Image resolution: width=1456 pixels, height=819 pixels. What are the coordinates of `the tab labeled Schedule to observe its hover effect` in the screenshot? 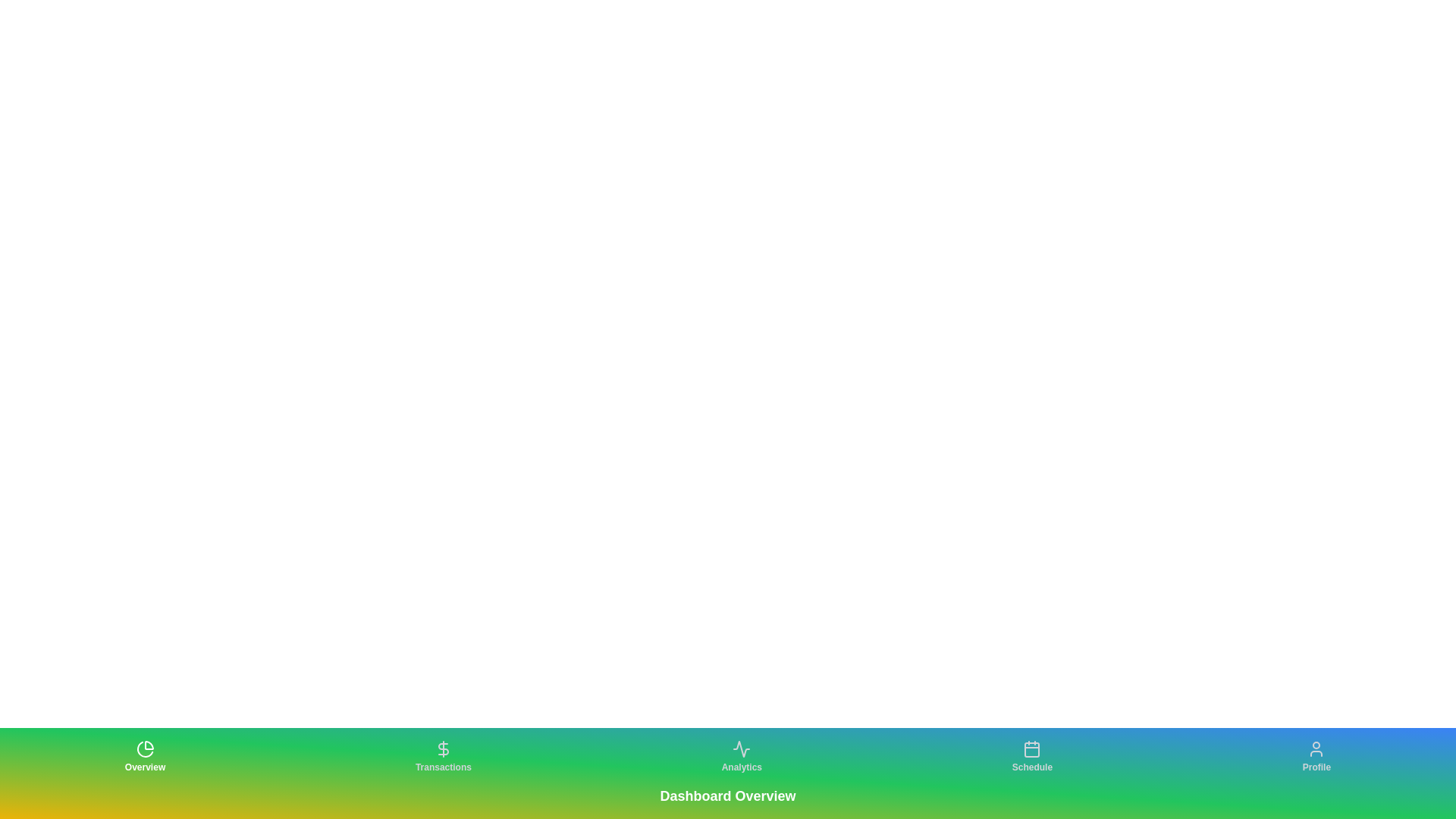 It's located at (1031, 757).